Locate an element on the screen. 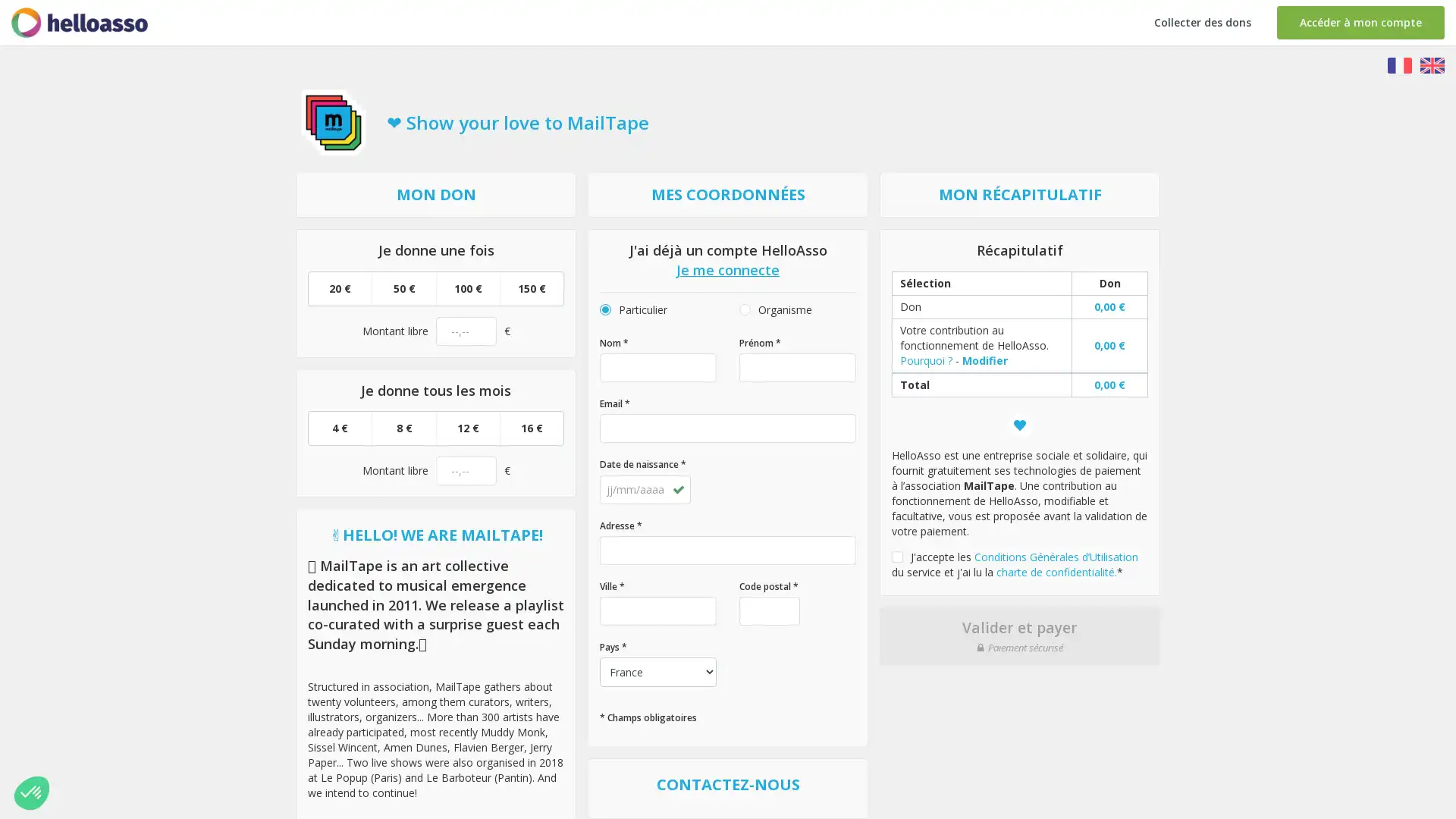 The width and height of the screenshot is (1456, 819). Non merci is located at coordinates (67, 742).